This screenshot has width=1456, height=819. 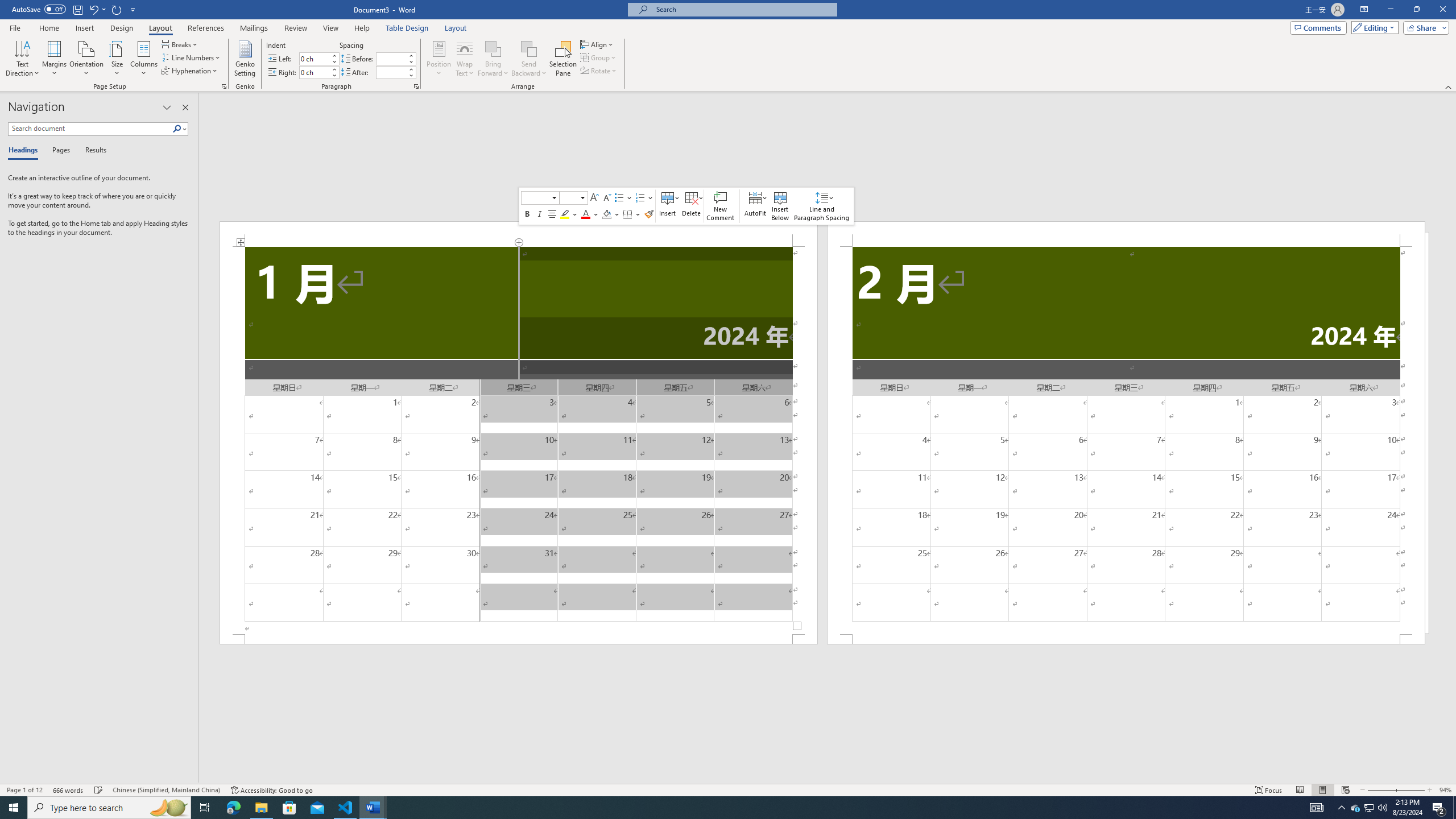 I want to click on 'Group', so click(x=598, y=56).